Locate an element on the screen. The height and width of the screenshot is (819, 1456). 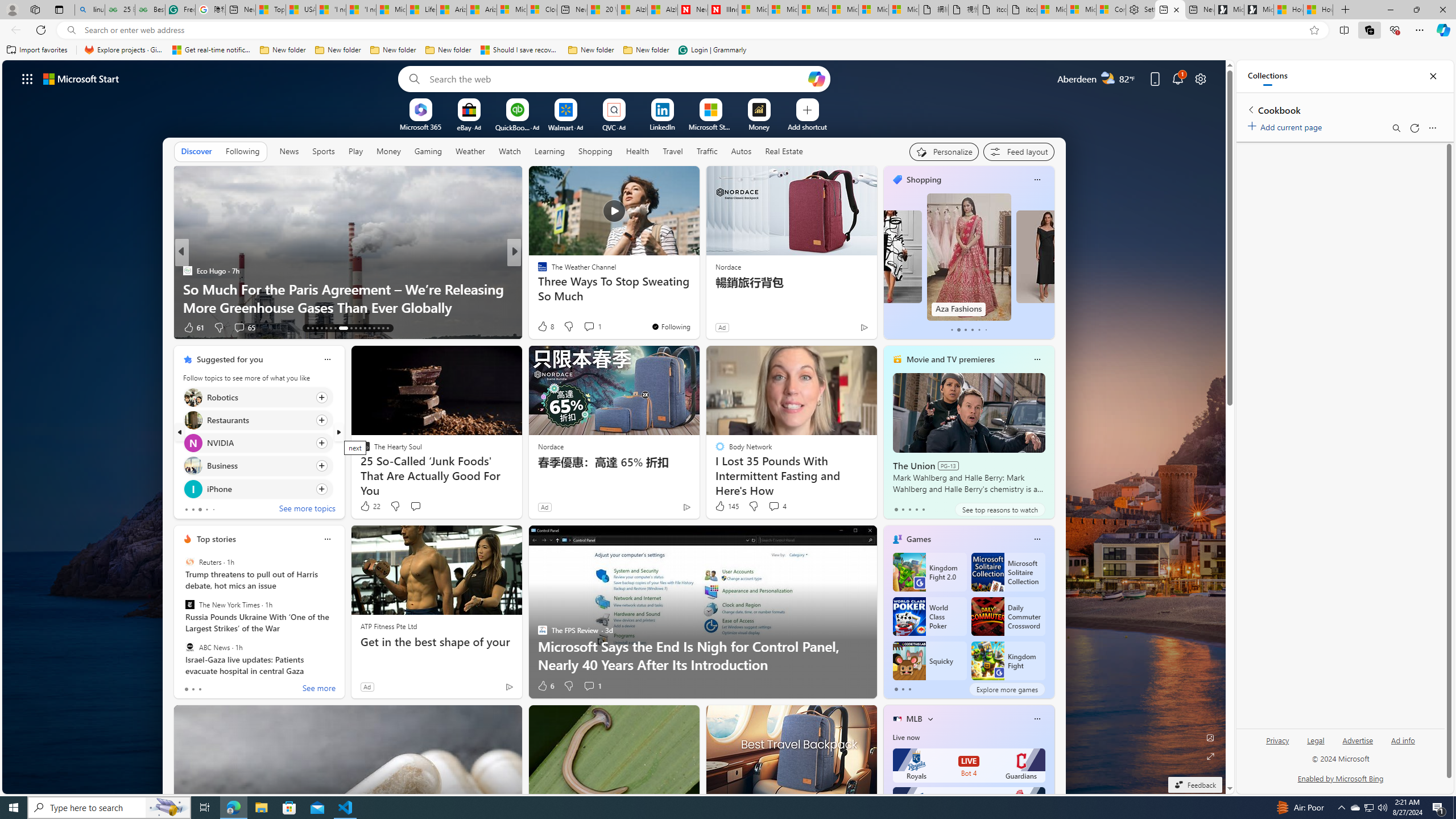
'Click to follow topic Business' is located at coordinates (257, 466).